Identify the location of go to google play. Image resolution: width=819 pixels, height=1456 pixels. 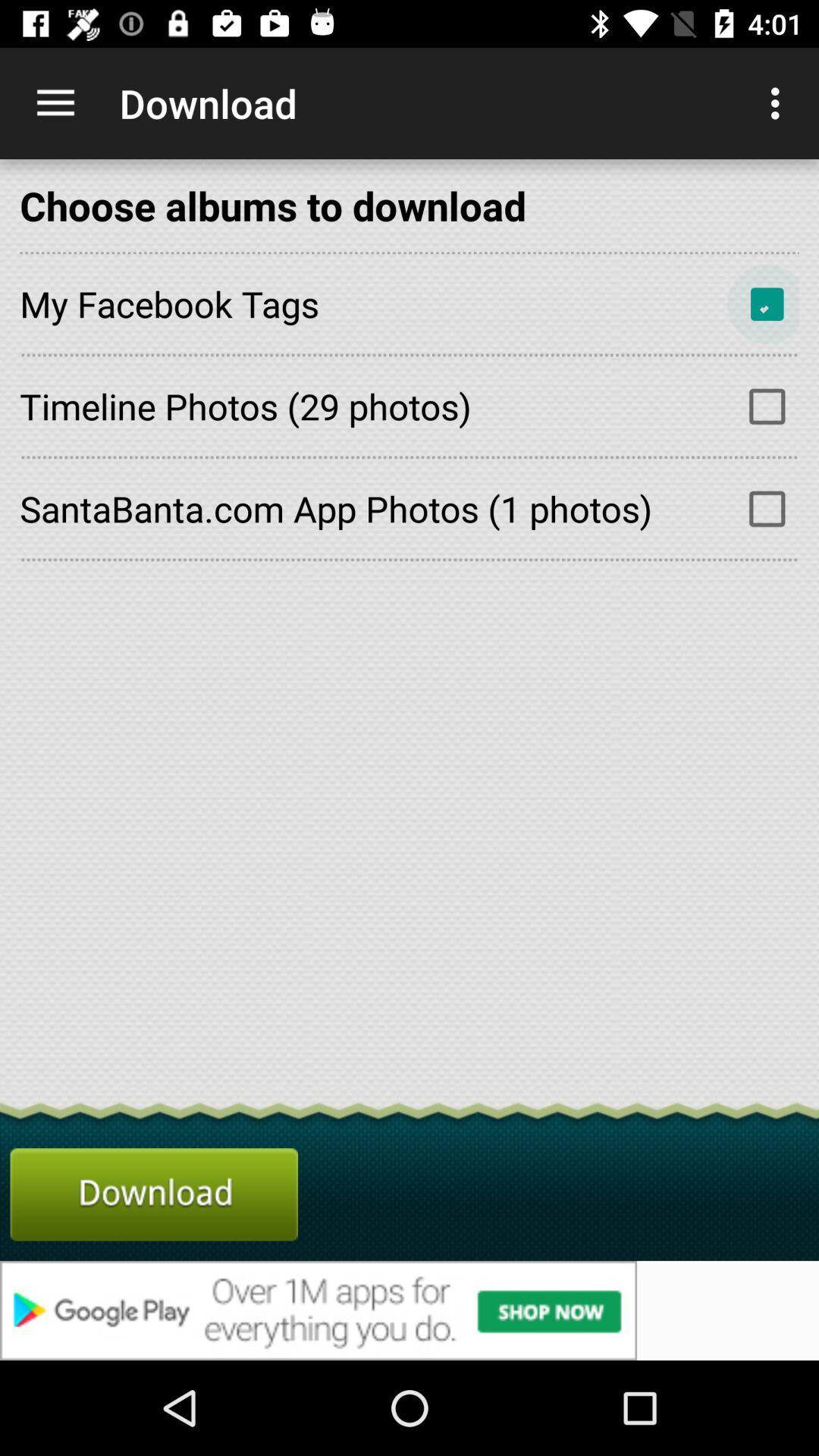
(409, 1310).